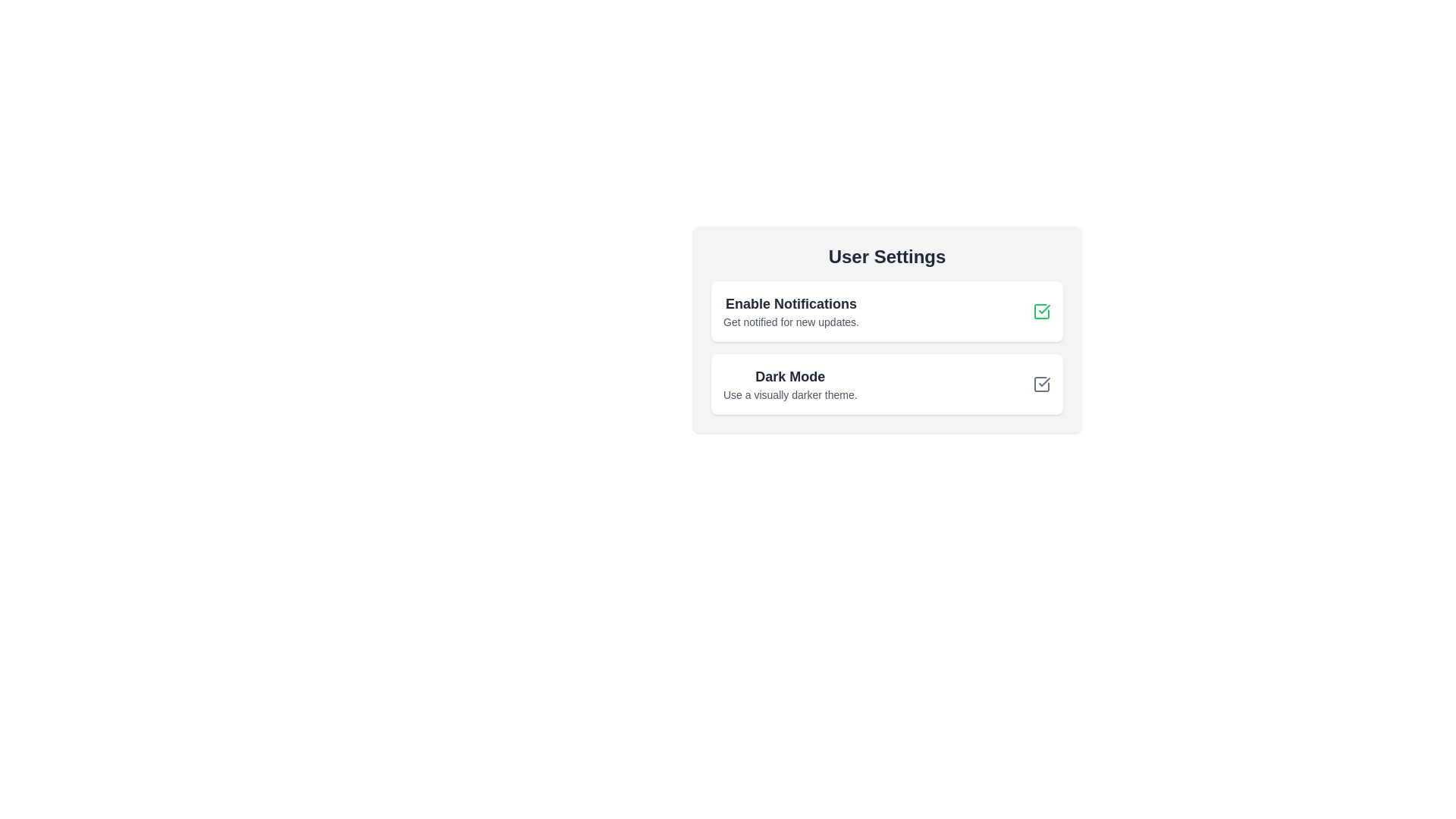  What do you see at coordinates (1040, 383) in the screenshot?
I see `the checkbox corresponding to 'Dark Mode' to toggle its state` at bounding box center [1040, 383].